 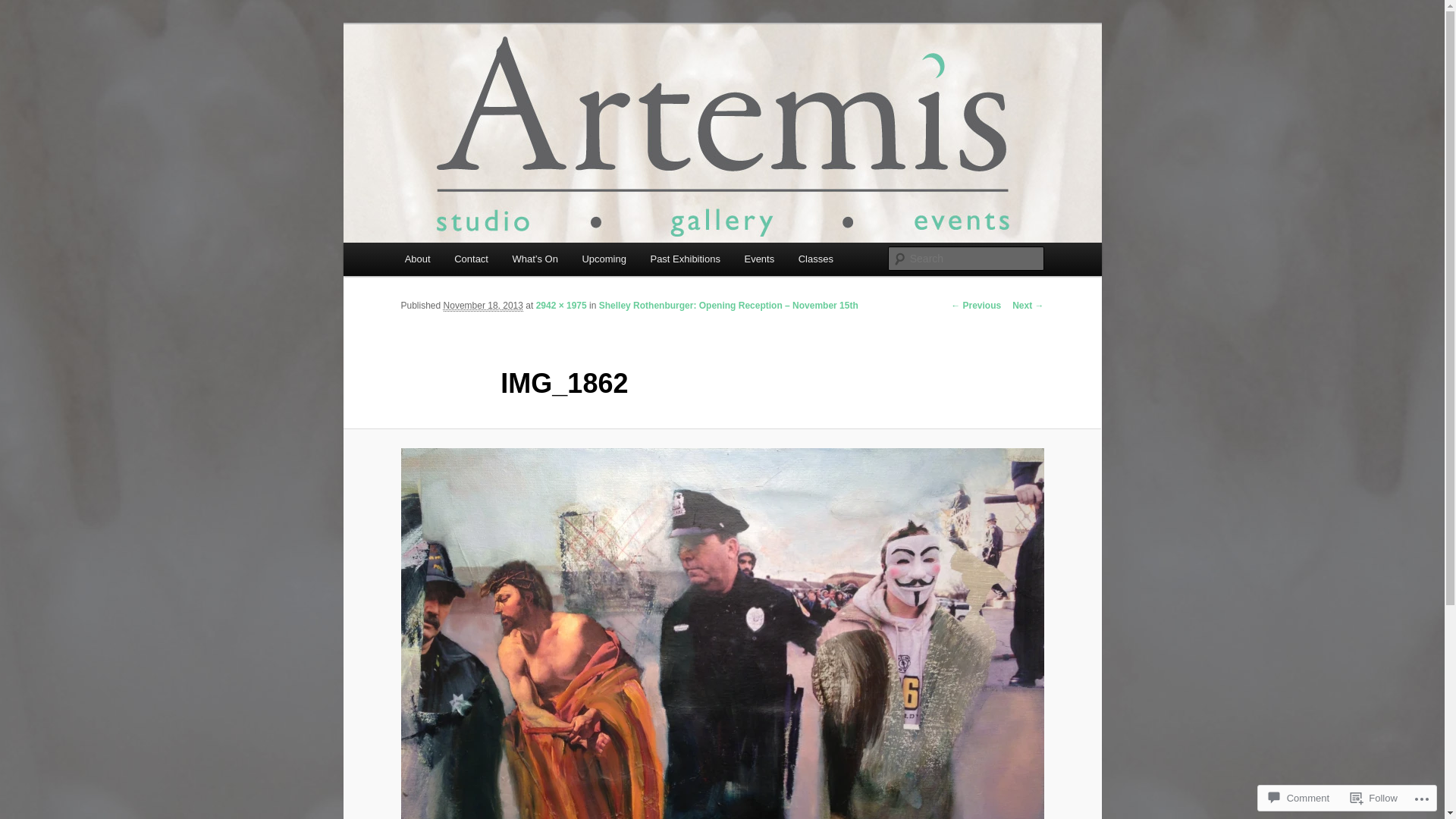 I want to click on 'About', so click(x=417, y=258).